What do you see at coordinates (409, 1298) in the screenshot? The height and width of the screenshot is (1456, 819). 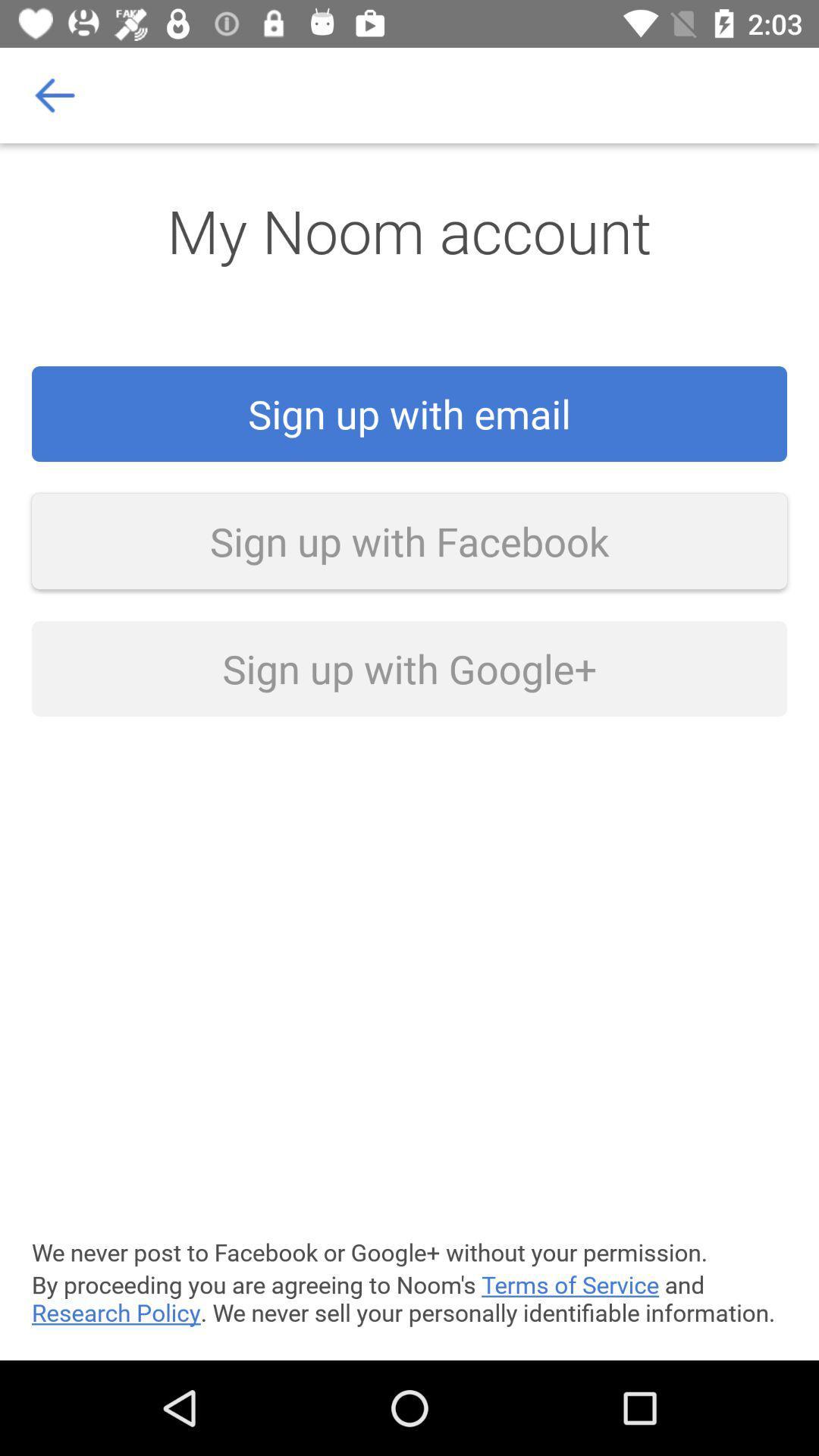 I see `item below the we never post icon` at bounding box center [409, 1298].